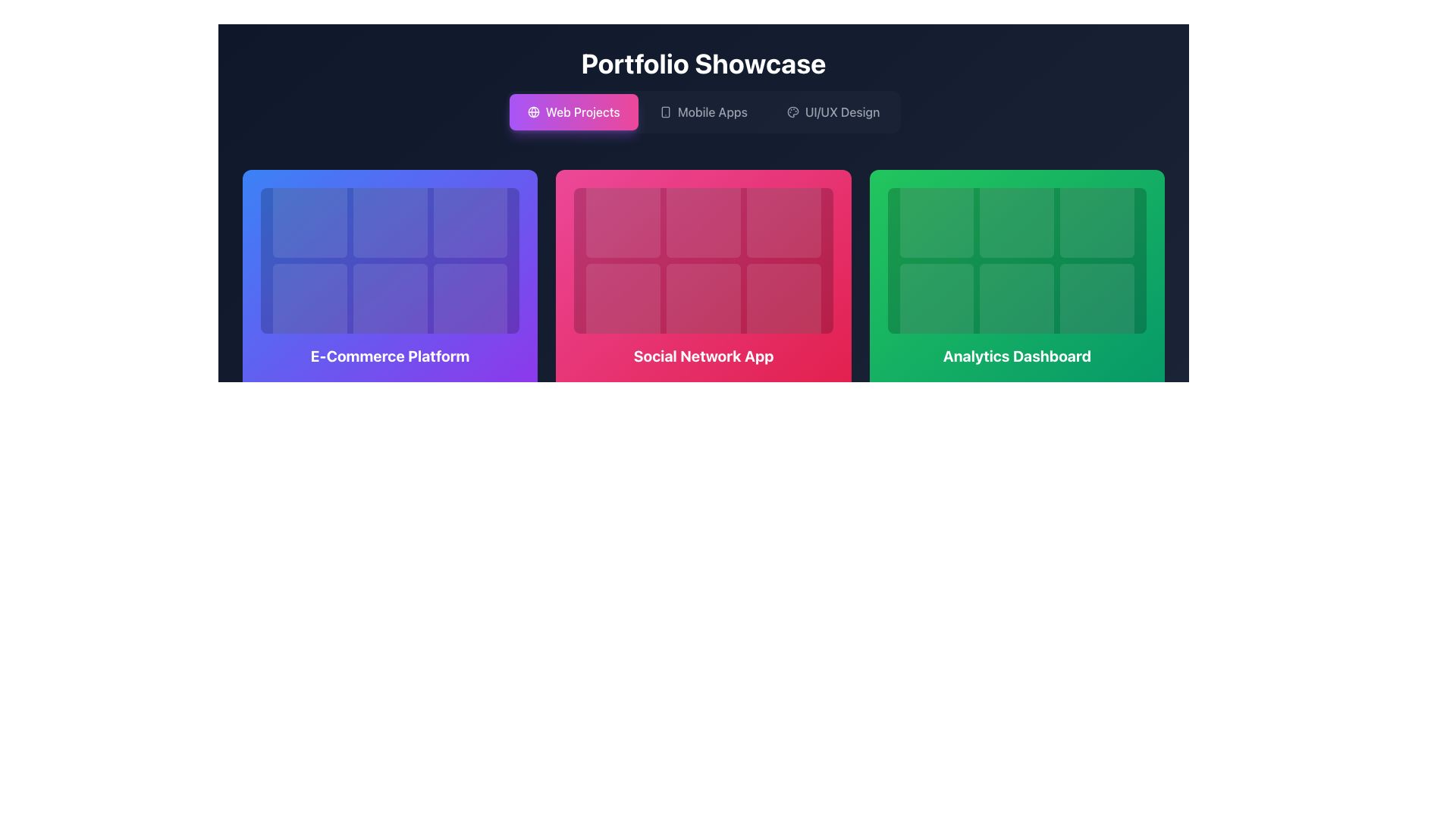  What do you see at coordinates (711, 111) in the screenshot?
I see `text content of the 'Mobile Apps' navigational link located in the top center portion of the interface, specifically the second item in the navigation bar` at bounding box center [711, 111].